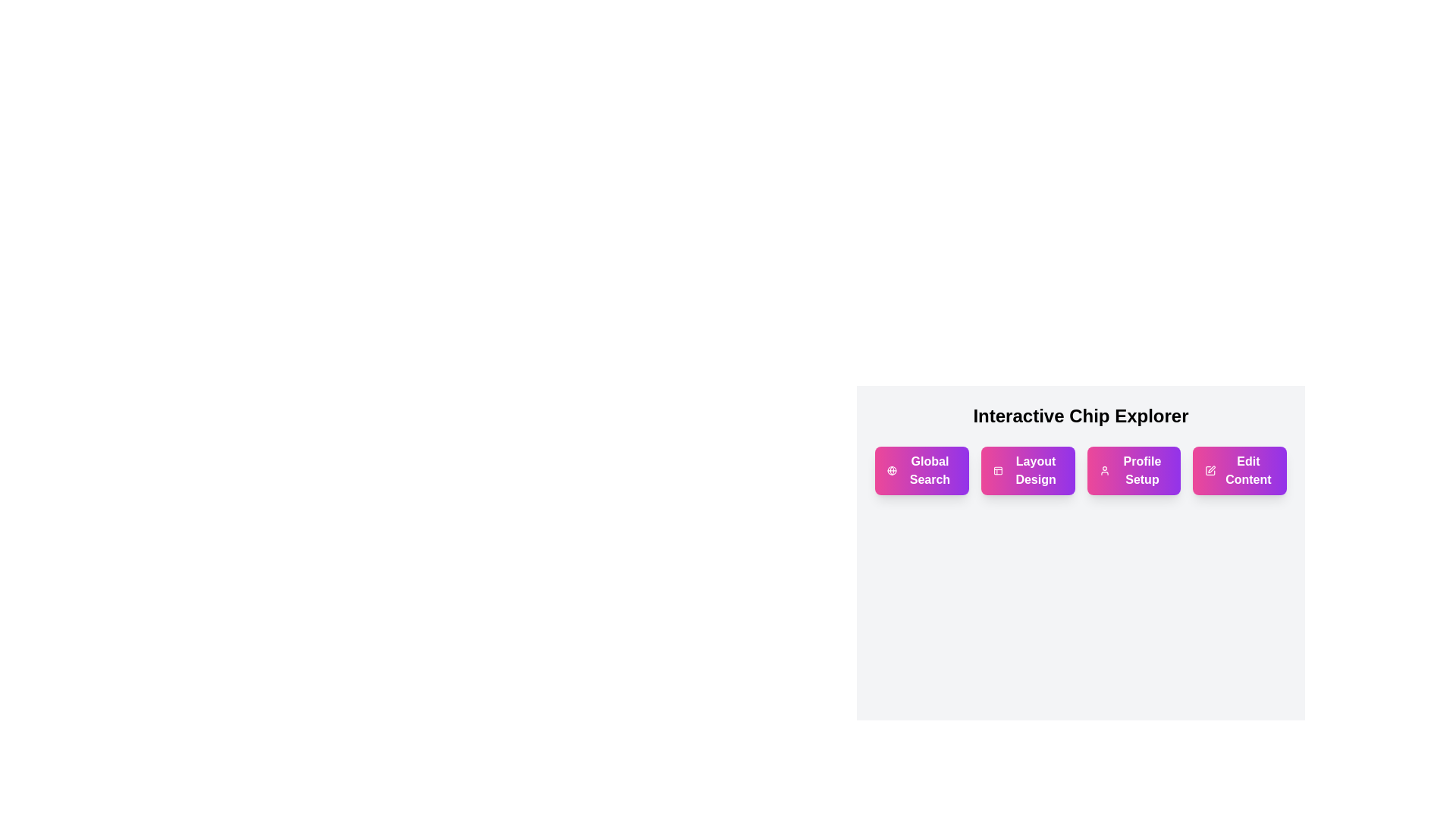 Image resolution: width=1456 pixels, height=819 pixels. Describe the element at coordinates (921, 470) in the screenshot. I see `the 'Global Search' action chip` at that location.